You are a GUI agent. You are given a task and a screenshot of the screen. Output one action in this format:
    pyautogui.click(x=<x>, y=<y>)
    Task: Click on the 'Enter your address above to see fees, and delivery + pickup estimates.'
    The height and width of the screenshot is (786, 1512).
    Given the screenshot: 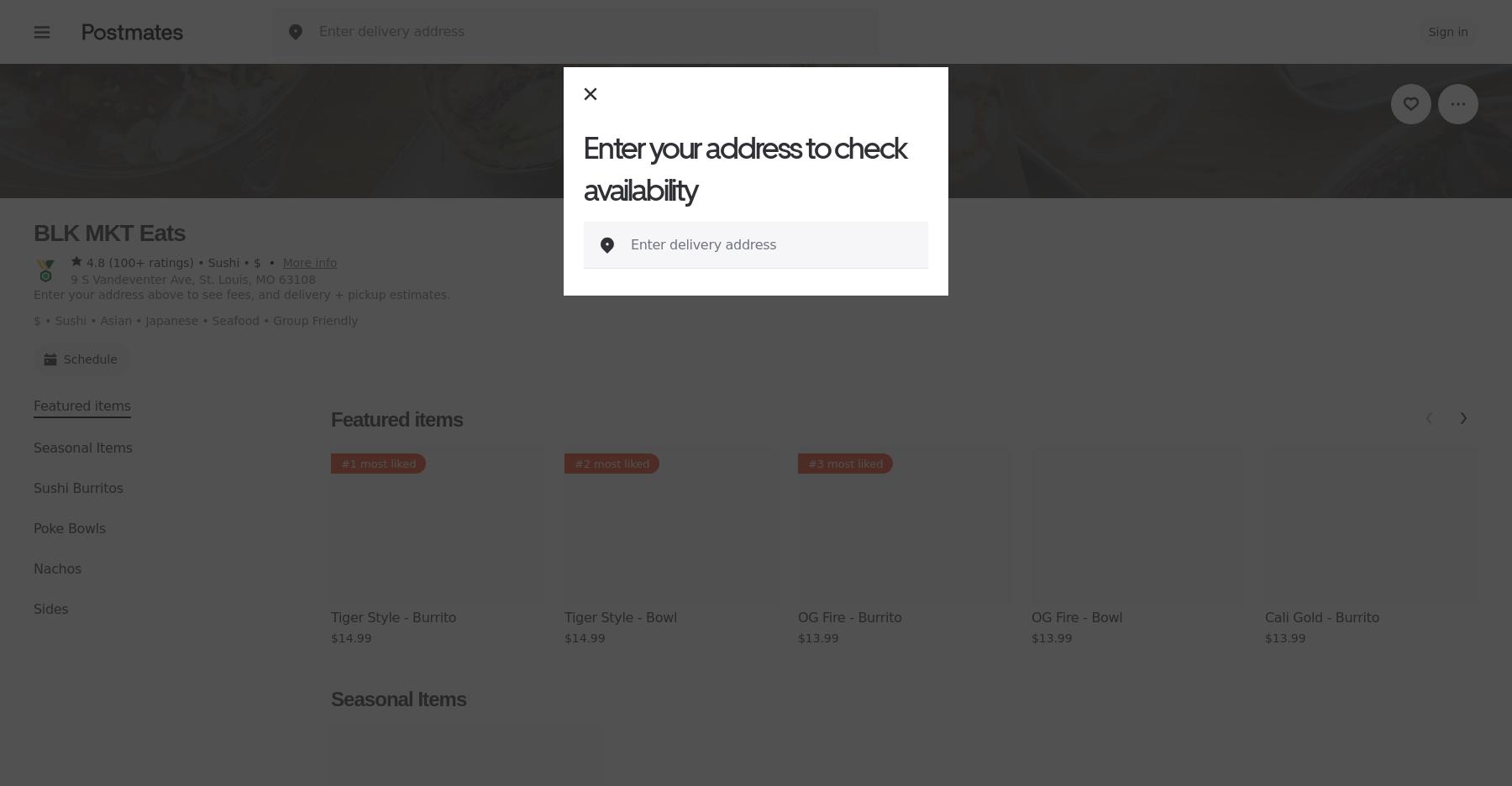 What is the action you would take?
    pyautogui.click(x=241, y=294)
    